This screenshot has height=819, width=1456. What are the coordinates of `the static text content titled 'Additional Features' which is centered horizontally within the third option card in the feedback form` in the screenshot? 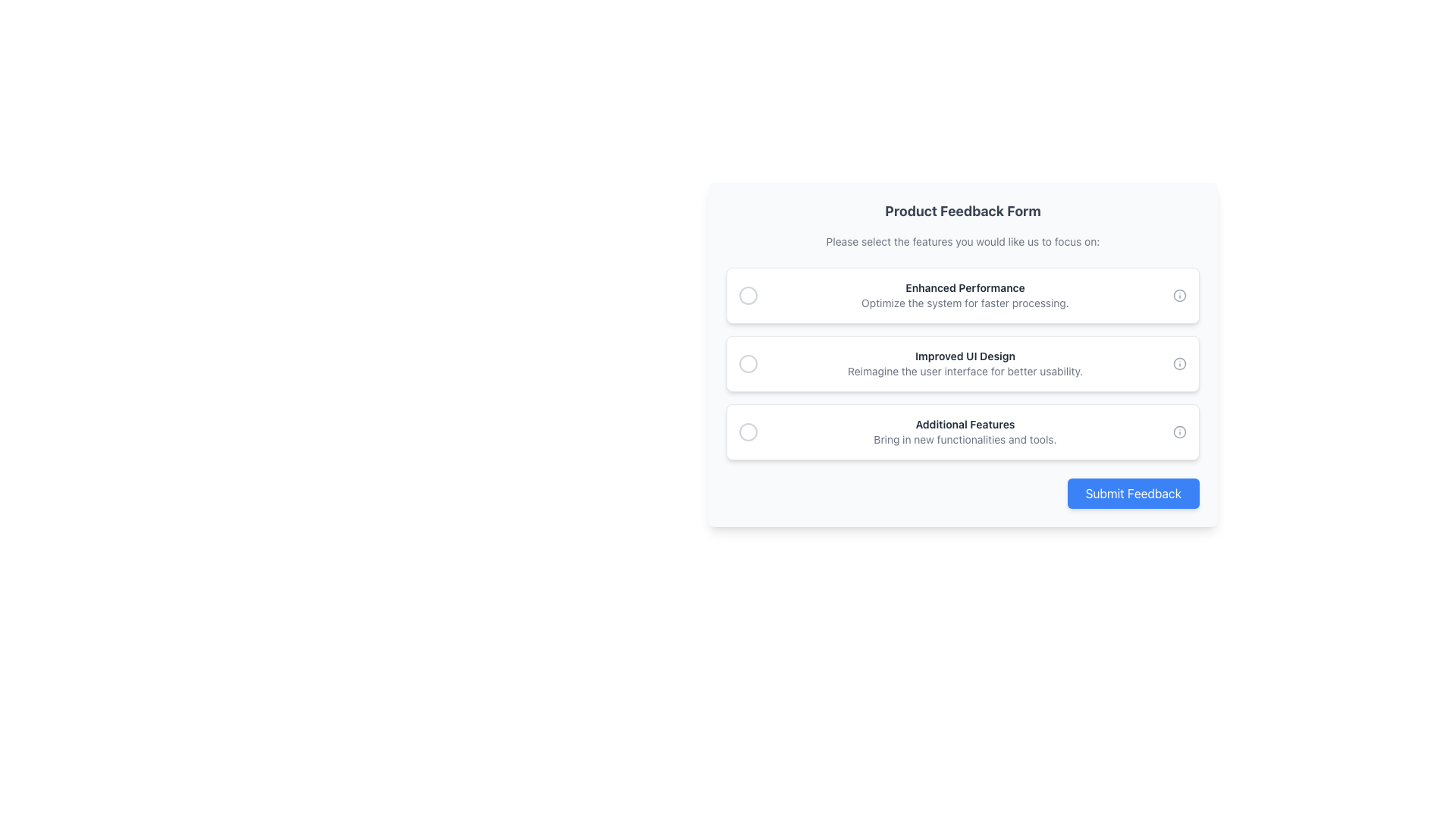 It's located at (964, 432).